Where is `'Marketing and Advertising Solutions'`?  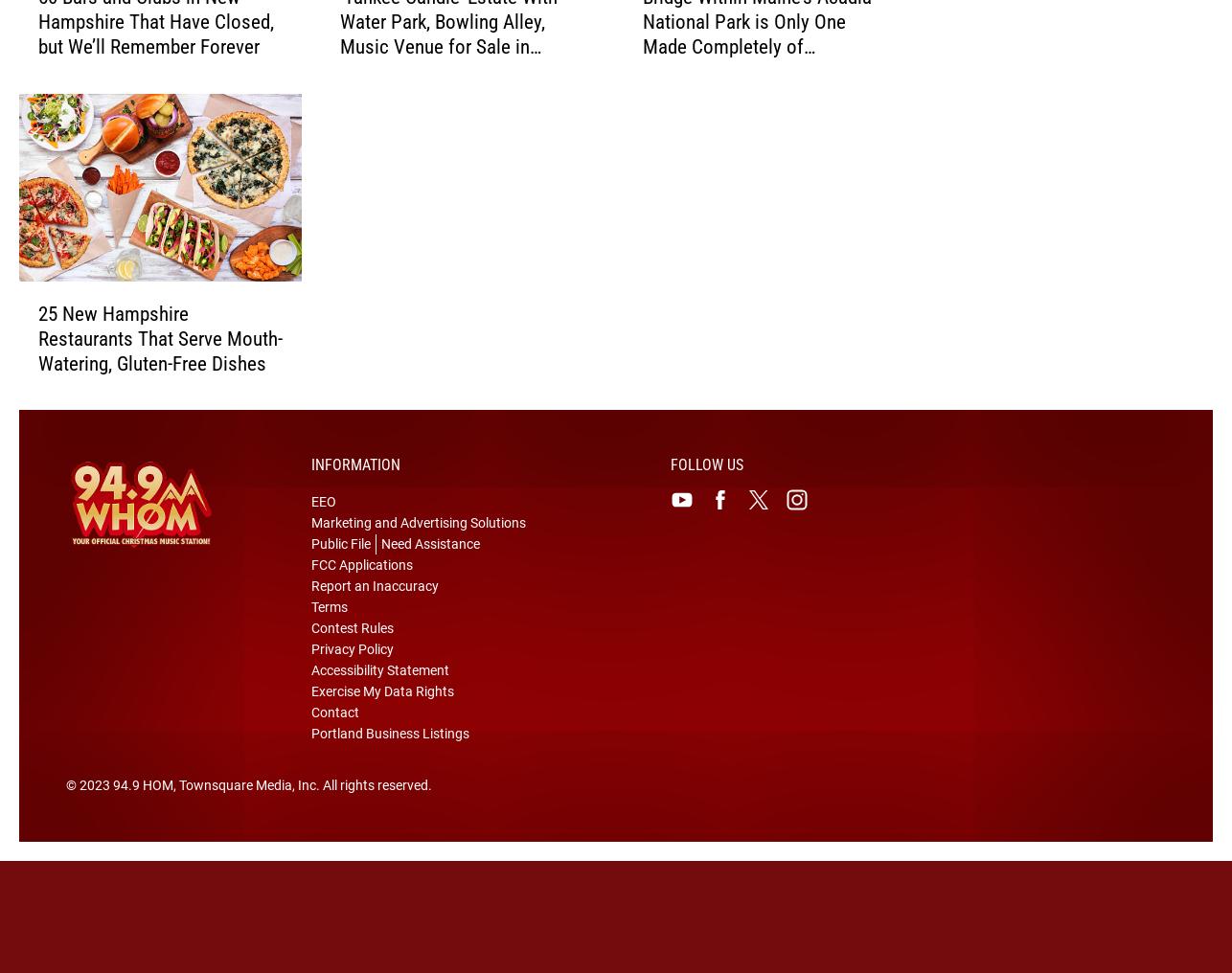
'Marketing and Advertising Solutions' is located at coordinates (417, 554).